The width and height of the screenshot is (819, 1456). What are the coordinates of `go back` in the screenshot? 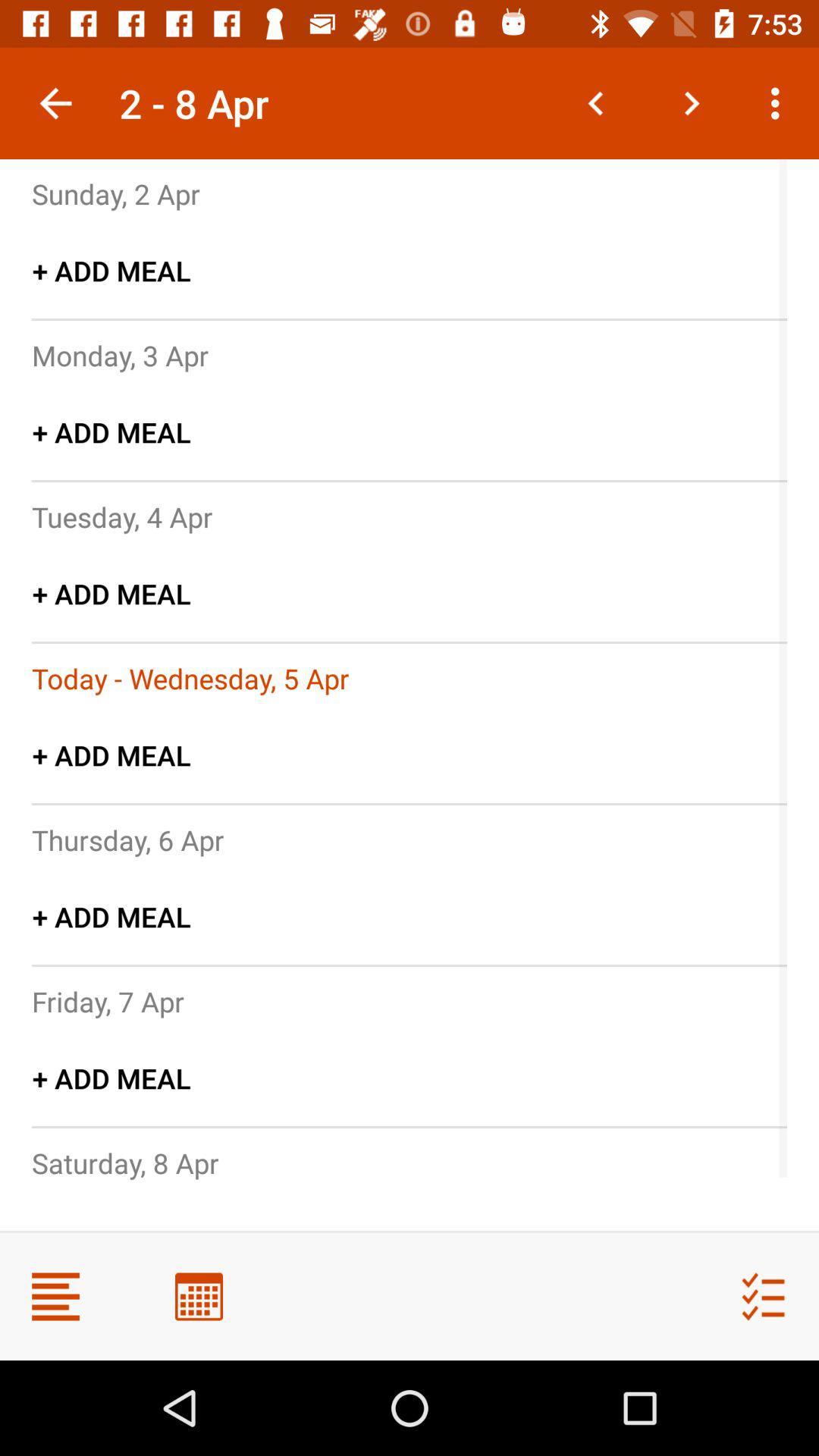 It's located at (595, 102).